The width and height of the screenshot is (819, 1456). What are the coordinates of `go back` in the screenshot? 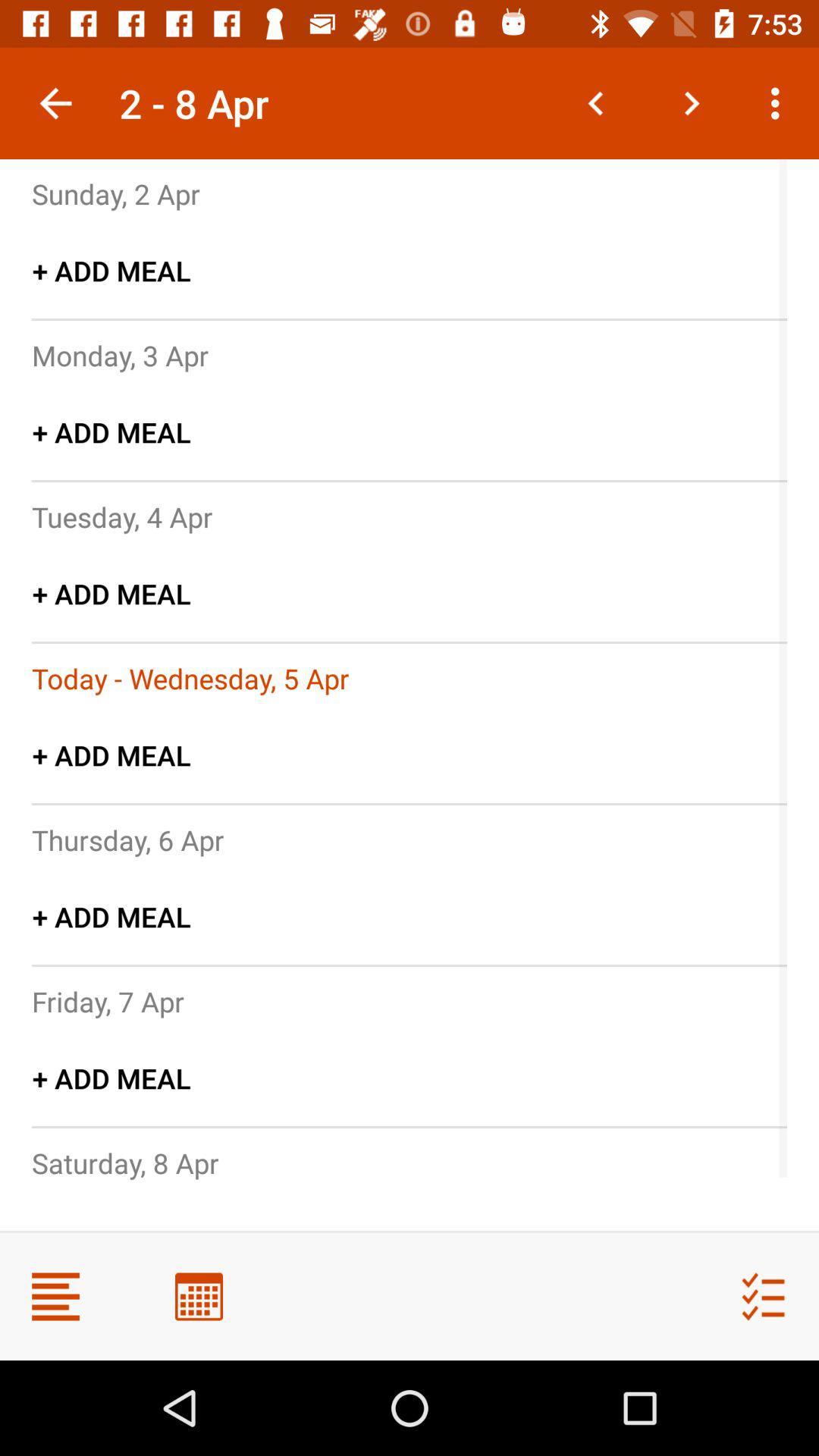 It's located at (595, 102).